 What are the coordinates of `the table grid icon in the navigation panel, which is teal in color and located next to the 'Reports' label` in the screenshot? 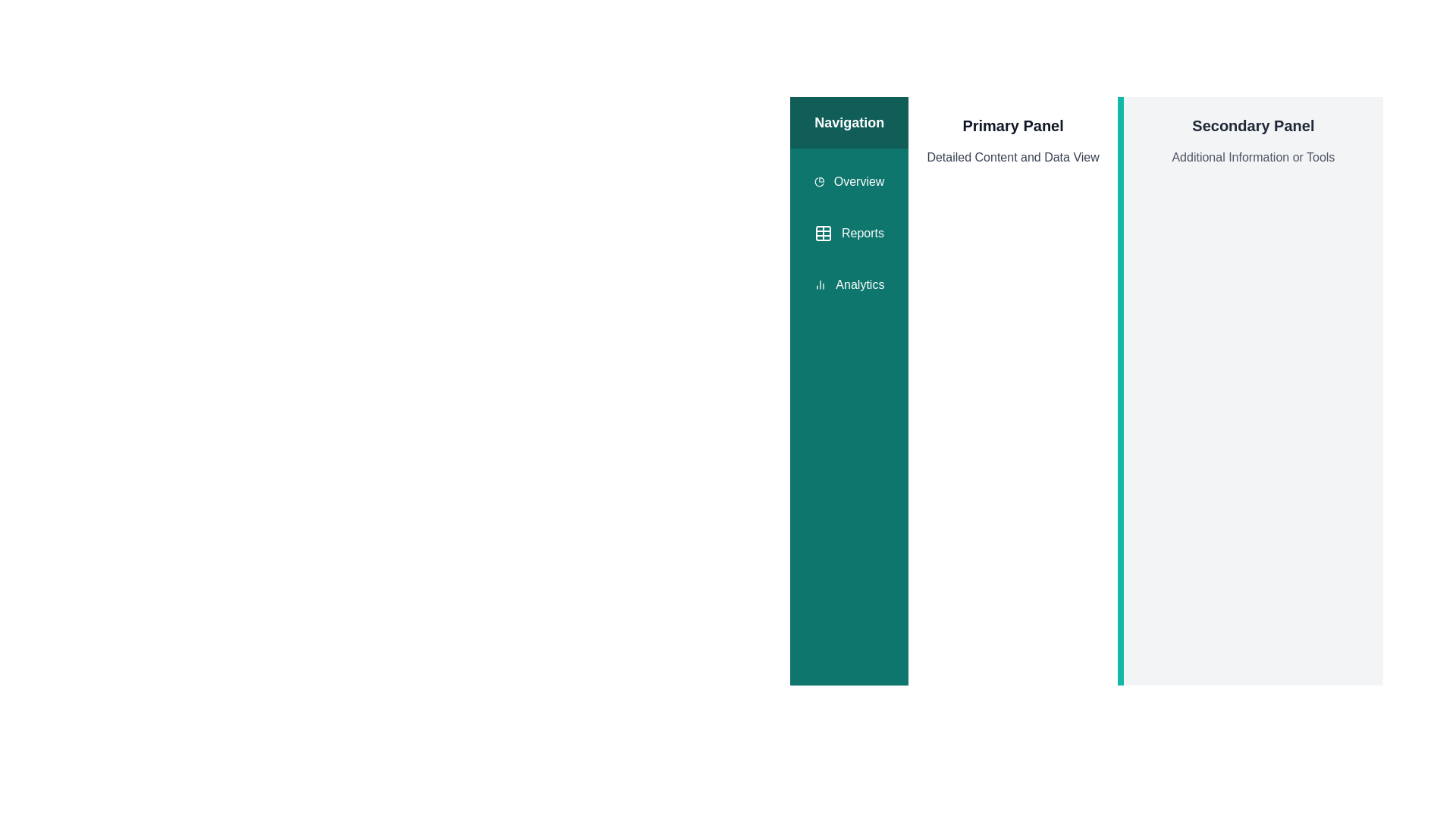 It's located at (822, 234).